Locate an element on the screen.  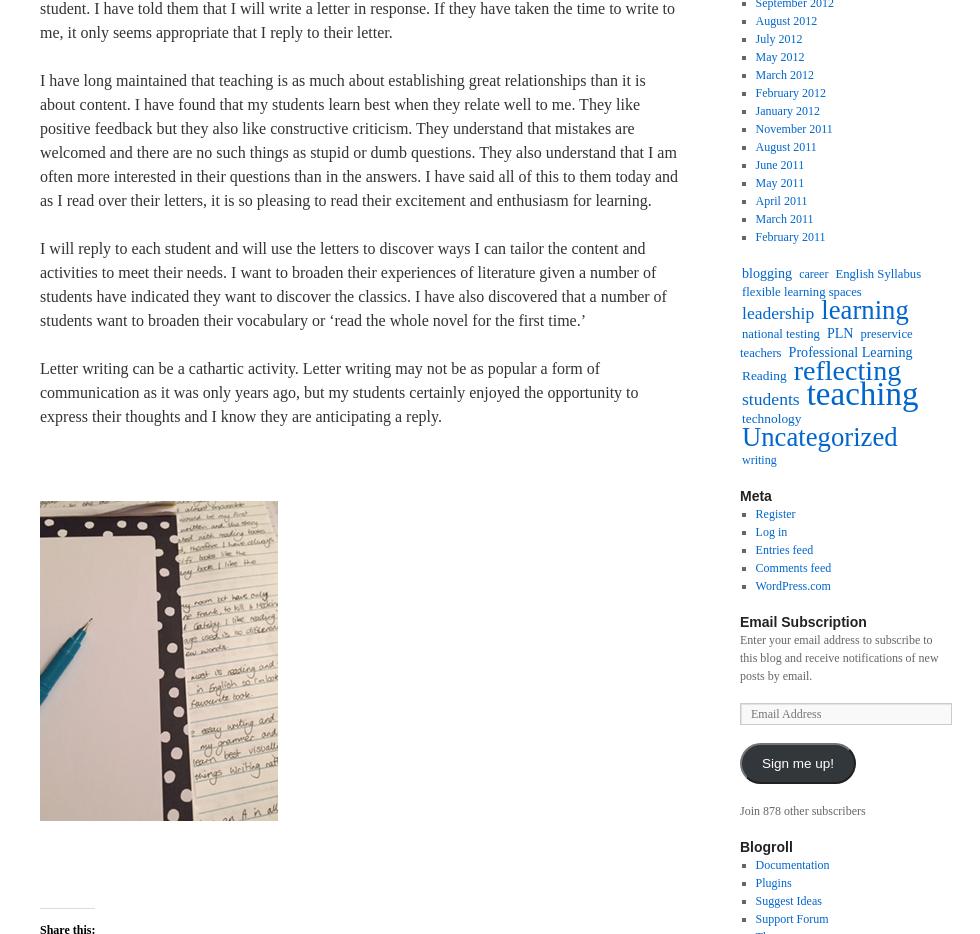
'Enter your email address to subscribe to this blog and receive notifications of new posts by email.' is located at coordinates (838, 657).